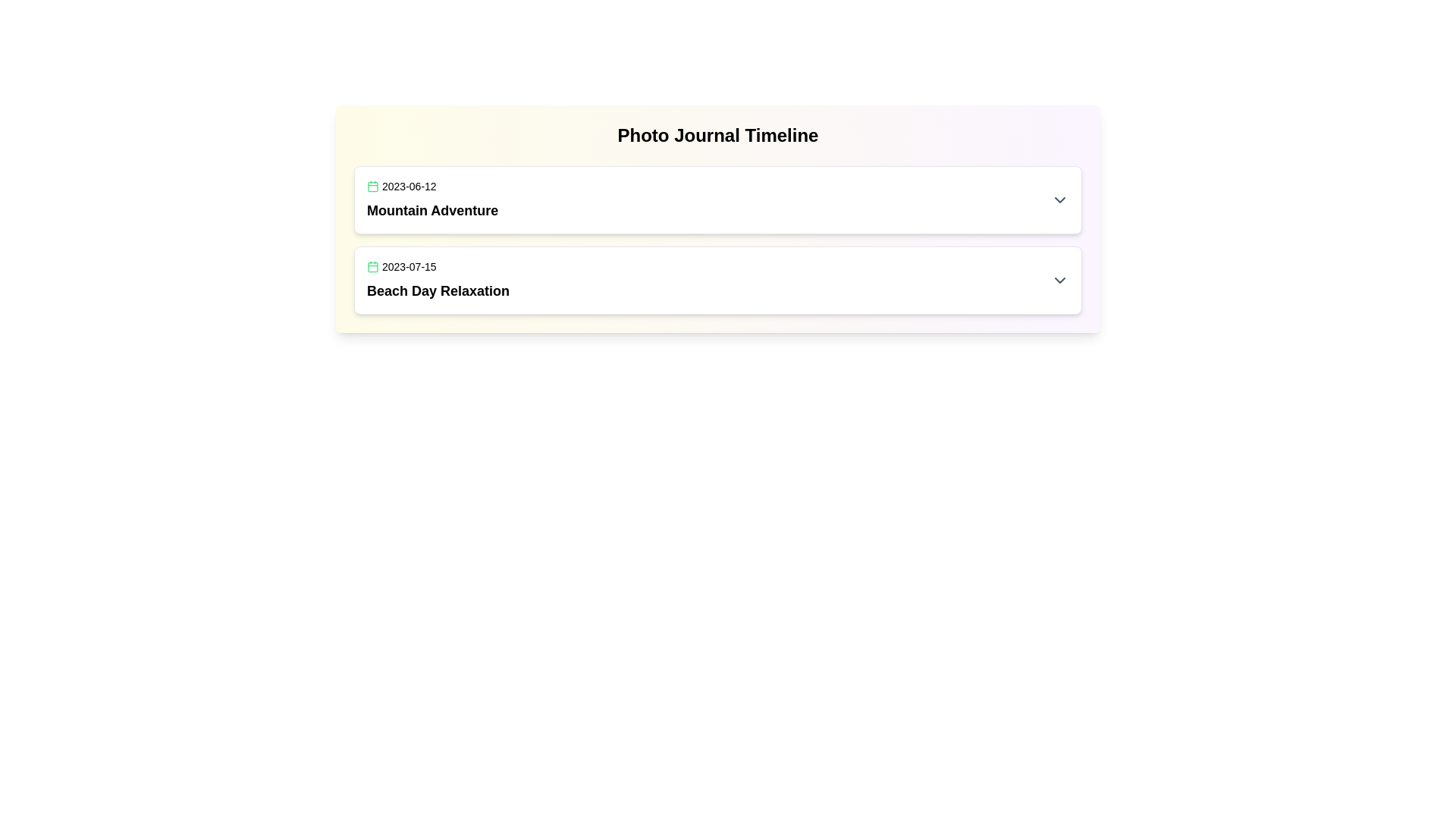  Describe the element at coordinates (372, 186) in the screenshot. I see `the calendar icon next to the text '2023-06-12' in the first entry of the timeline list` at that location.